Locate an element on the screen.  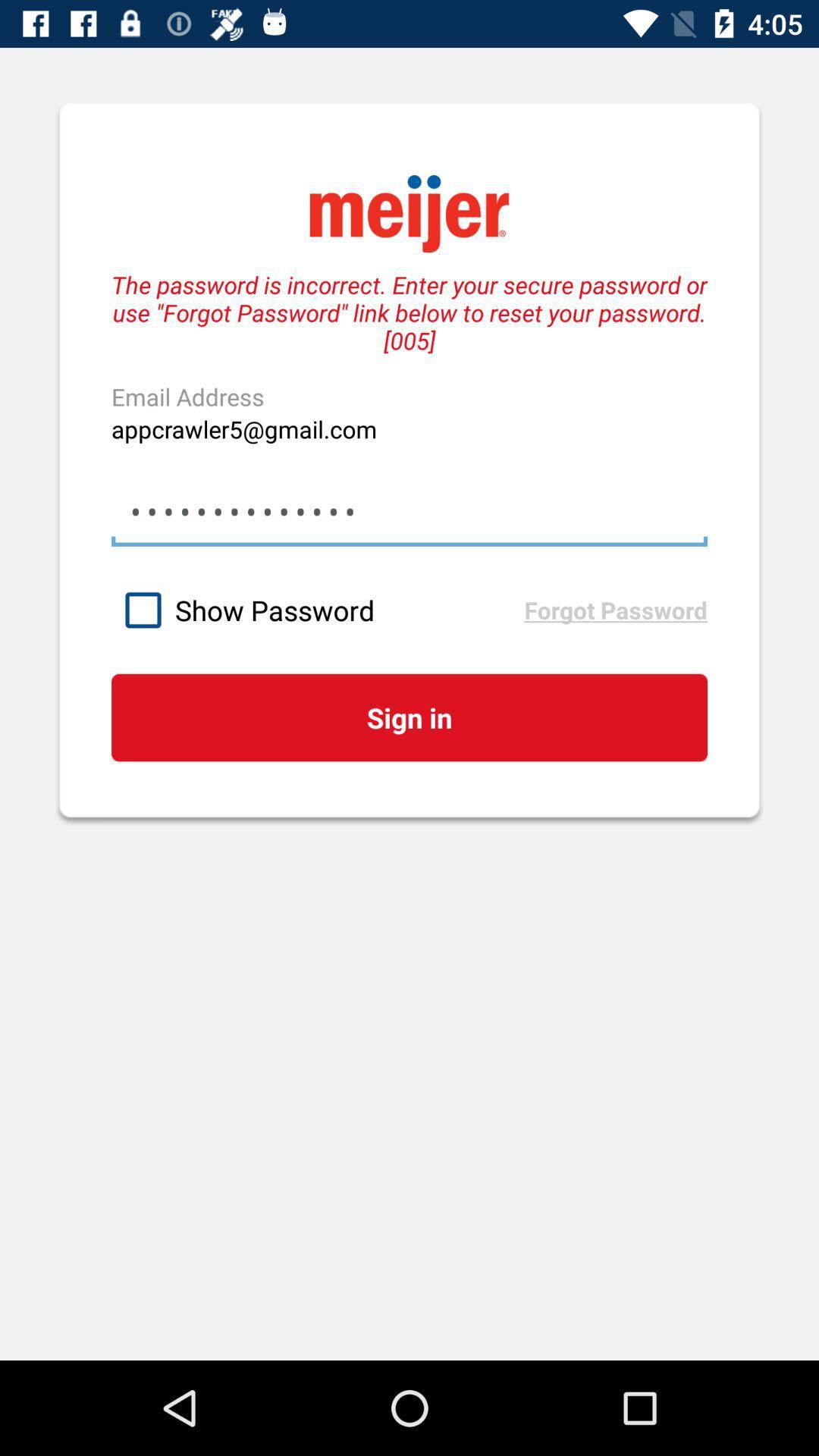
the icon to the left of forgot password item is located at coordinates (317, 610).